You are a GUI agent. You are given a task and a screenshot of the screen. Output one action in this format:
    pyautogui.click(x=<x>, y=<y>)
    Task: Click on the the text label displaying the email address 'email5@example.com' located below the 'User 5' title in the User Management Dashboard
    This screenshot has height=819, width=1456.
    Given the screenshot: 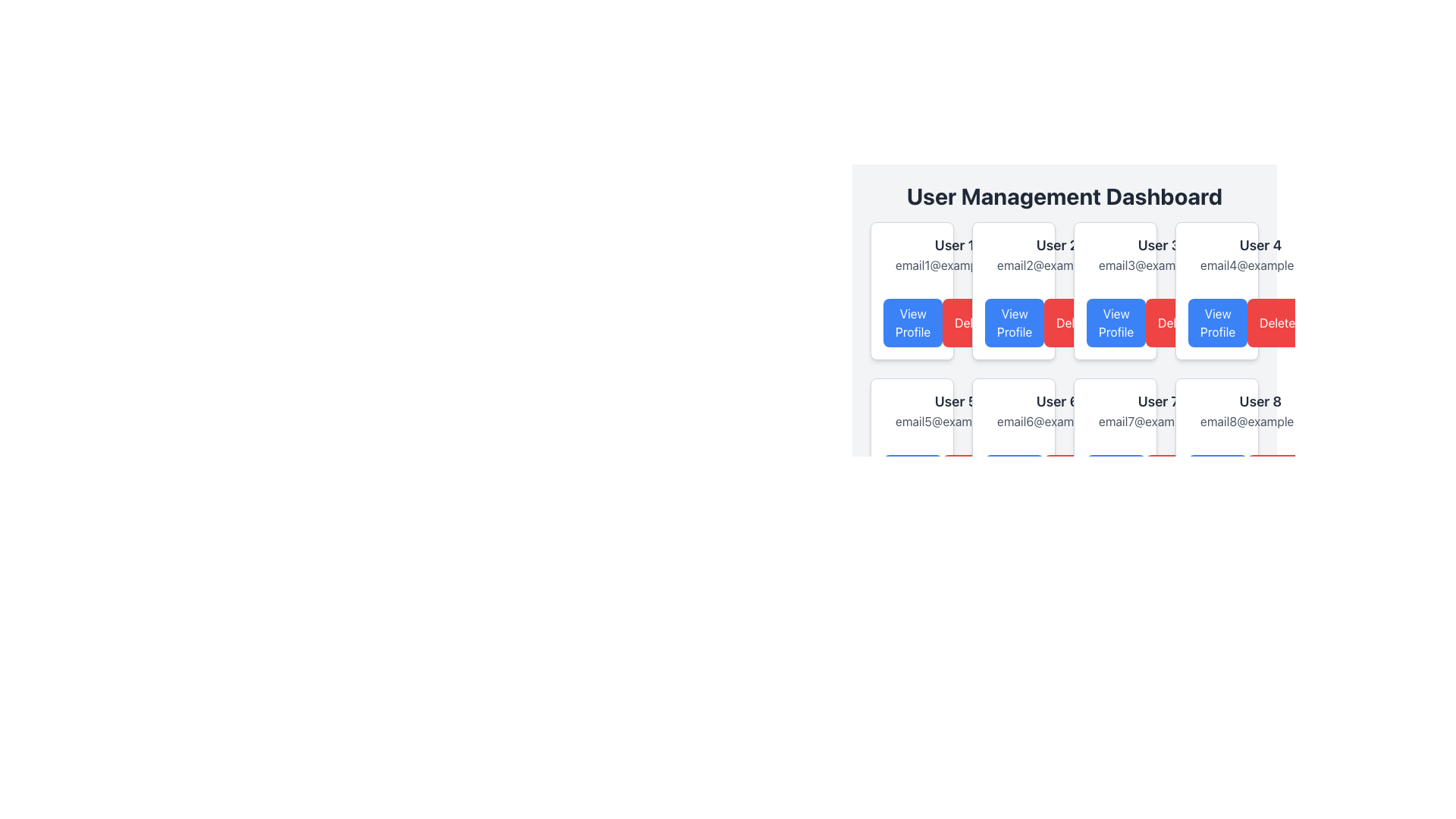 What is the action you would take?
    pyautogui.click(x=955, y=421)
    